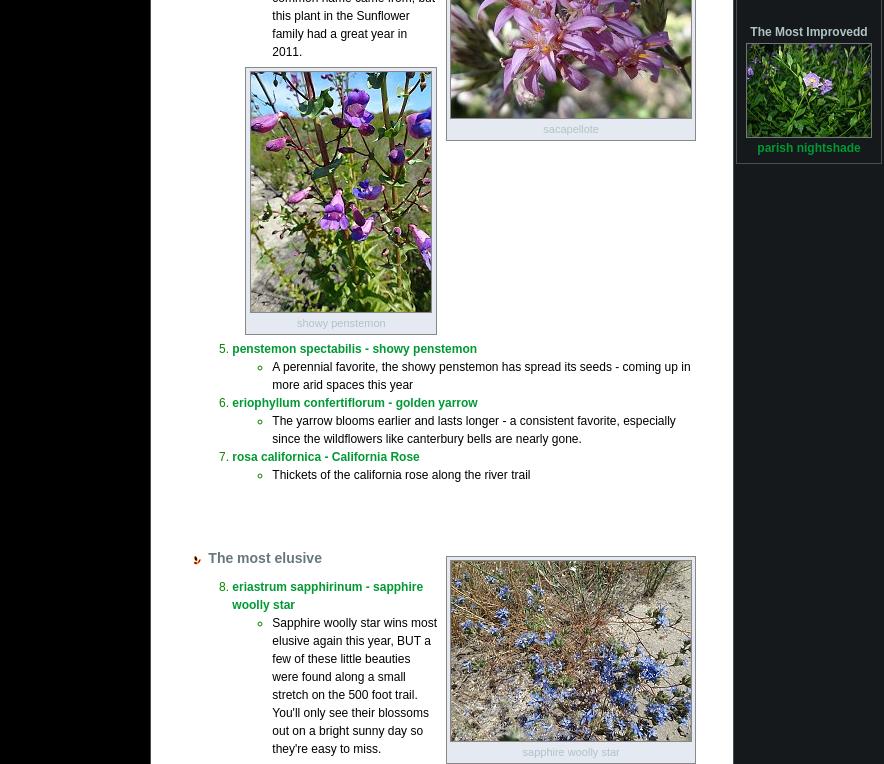 The width and height of the screenshot is (884, 764). Describe the element at coordinates (473, 428) in the screenshot. I see `'The yarrow blooms earlier and lasts longer - a consistent favorite, 
especially since the wildflowers like canterbury bells are nearly gone.'` at that location.